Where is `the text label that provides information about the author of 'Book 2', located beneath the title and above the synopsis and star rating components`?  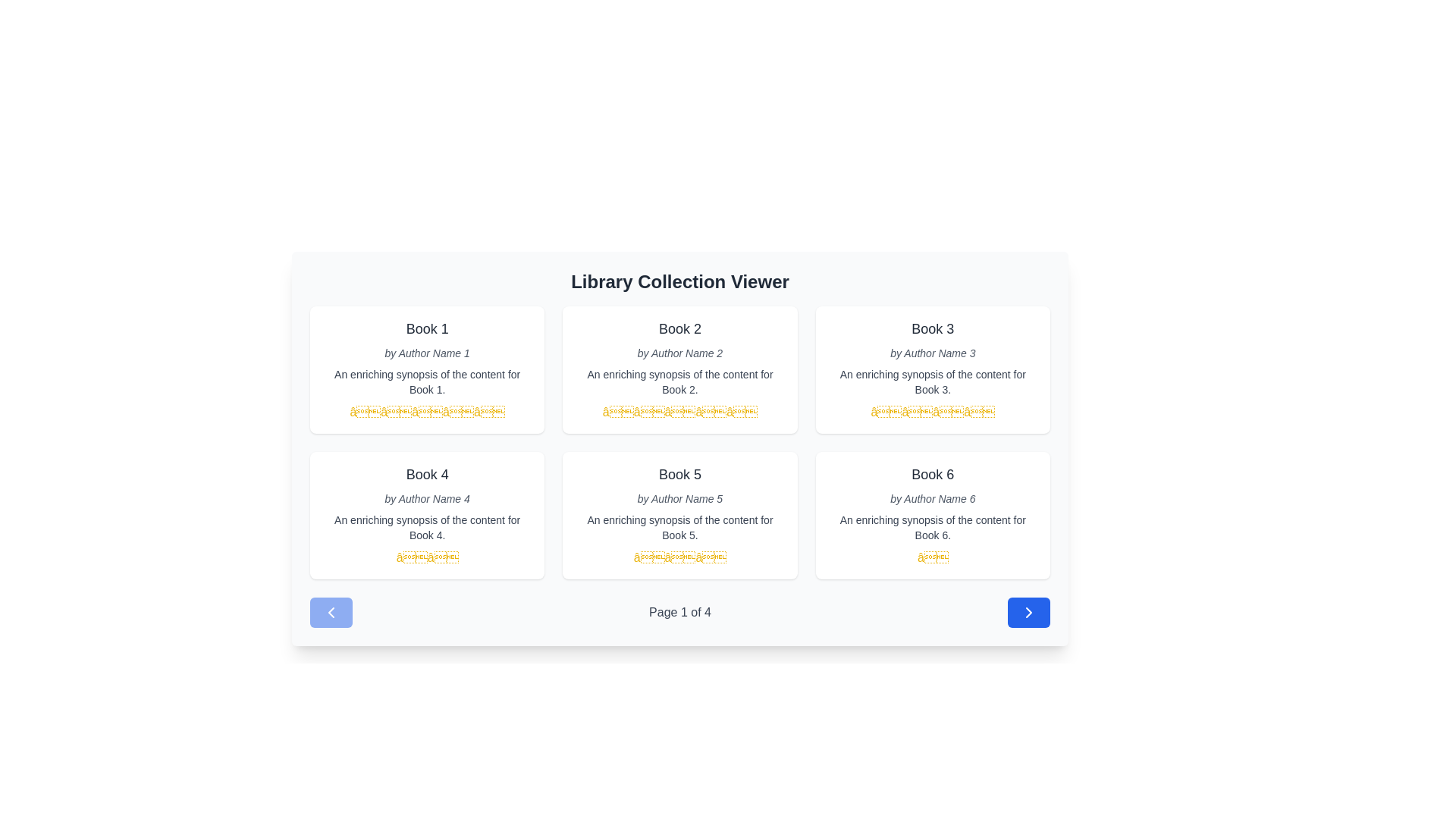 the text label that provides information about the author of 'Book 2', located beneath the title and above the synopsis and star rating components is located at coordinates (679, 353).